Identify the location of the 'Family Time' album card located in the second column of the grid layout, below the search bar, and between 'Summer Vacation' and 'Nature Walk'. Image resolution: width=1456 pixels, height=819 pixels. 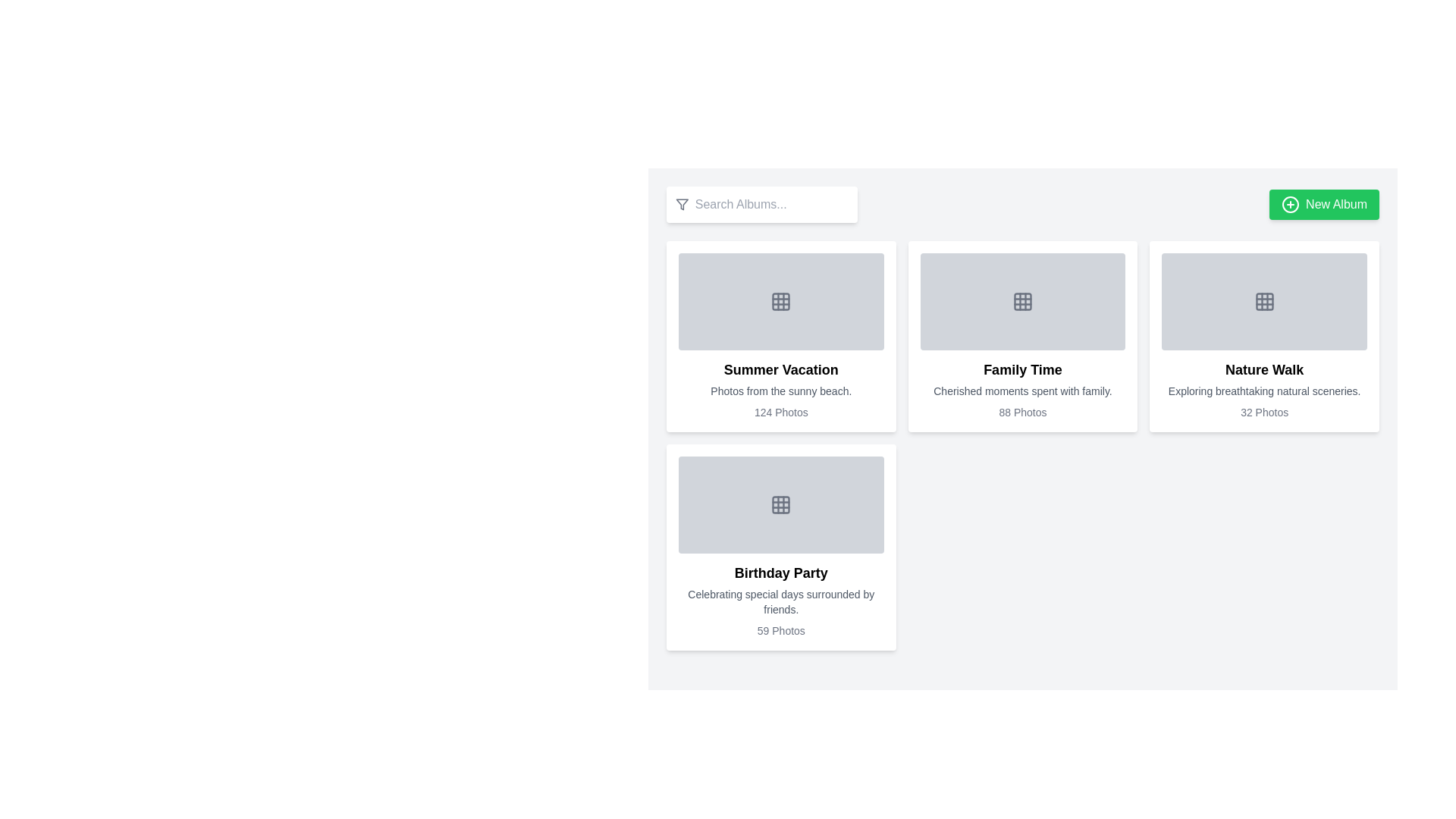
(1022, 335).